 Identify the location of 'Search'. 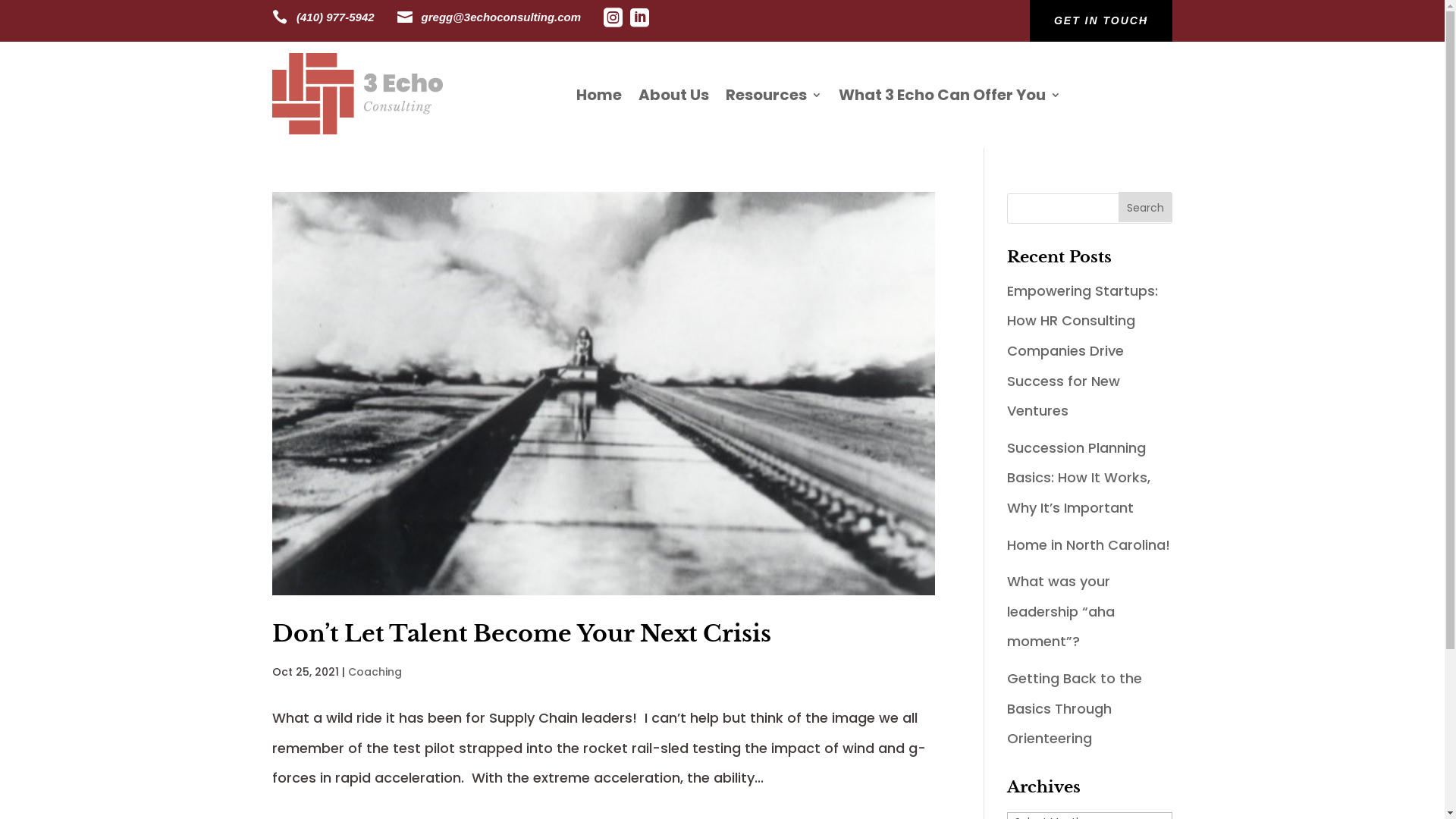
(1145, 207).